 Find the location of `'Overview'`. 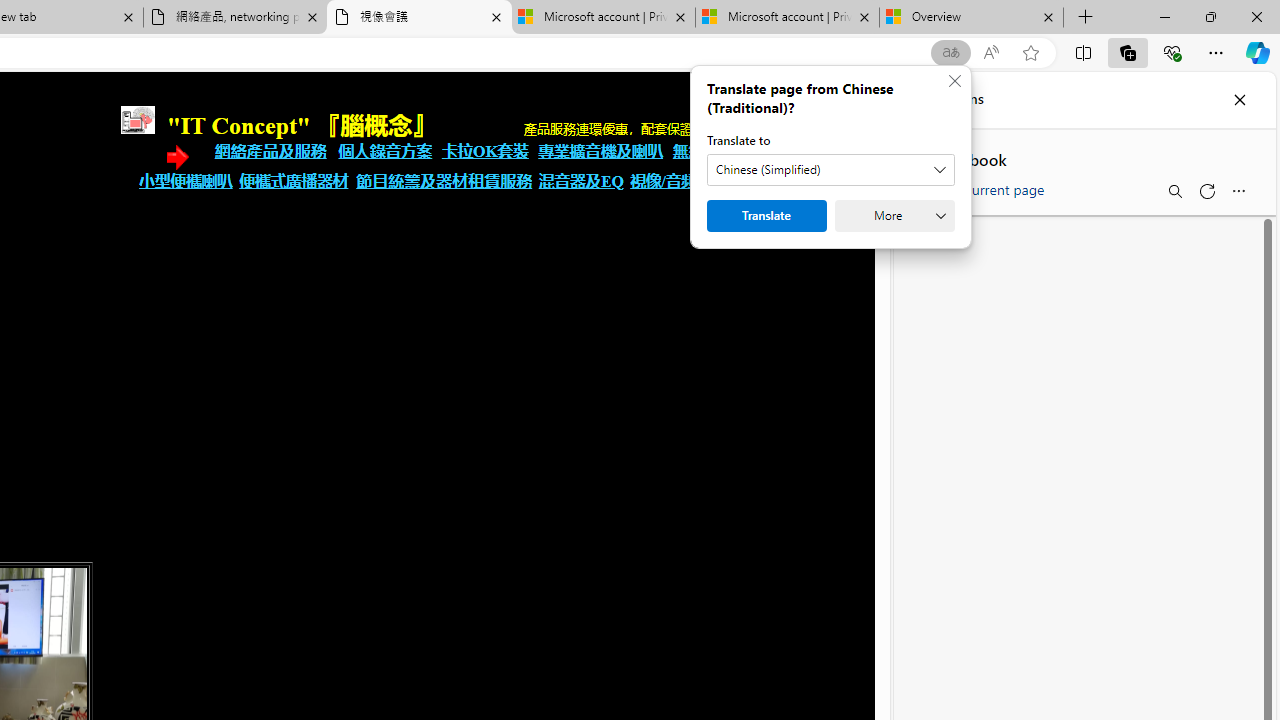

'Overview' is located at coordinates (971, 17).